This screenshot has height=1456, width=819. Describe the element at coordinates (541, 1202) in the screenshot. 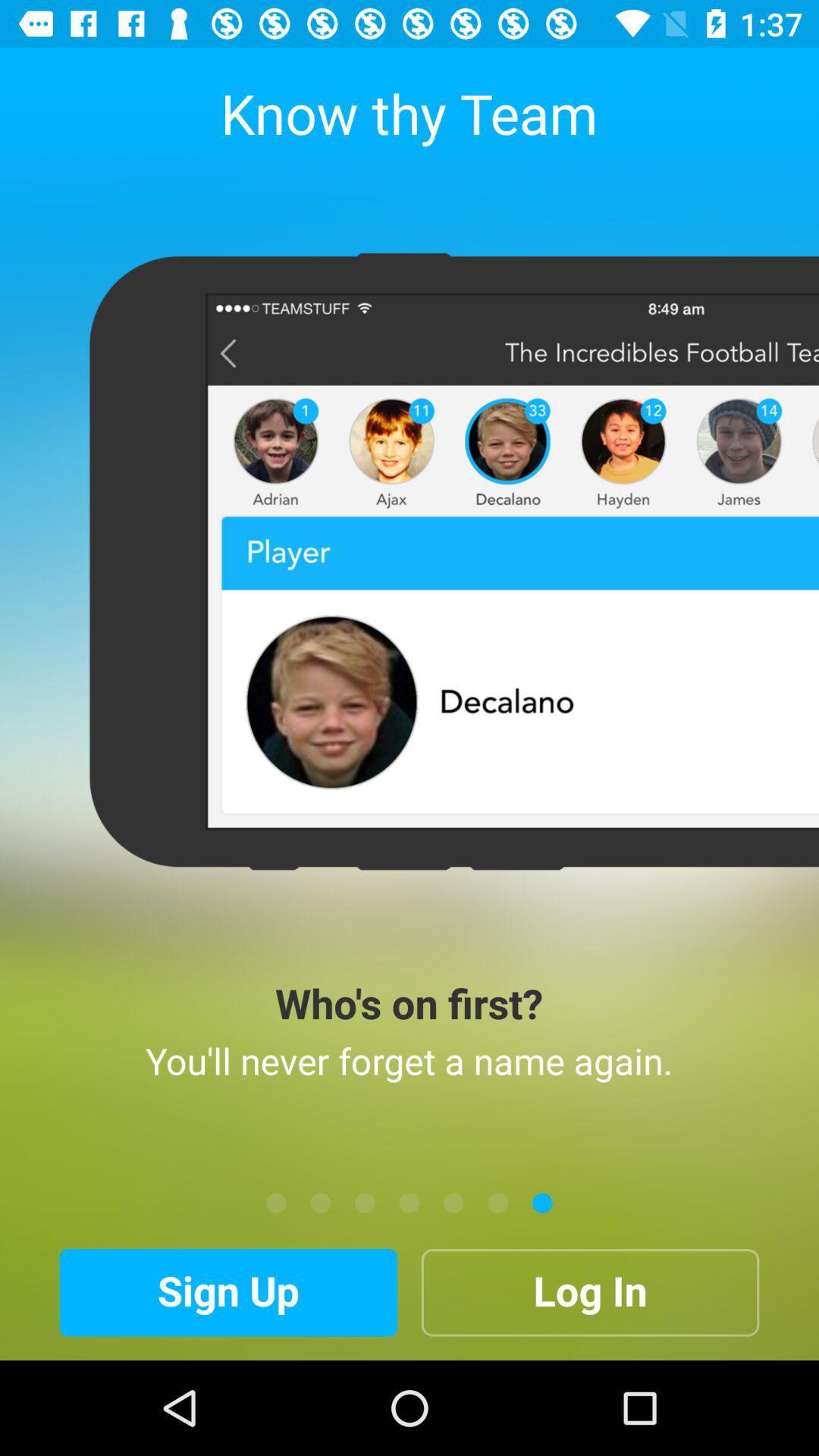

I see `icon below the you ll never item` at that location.